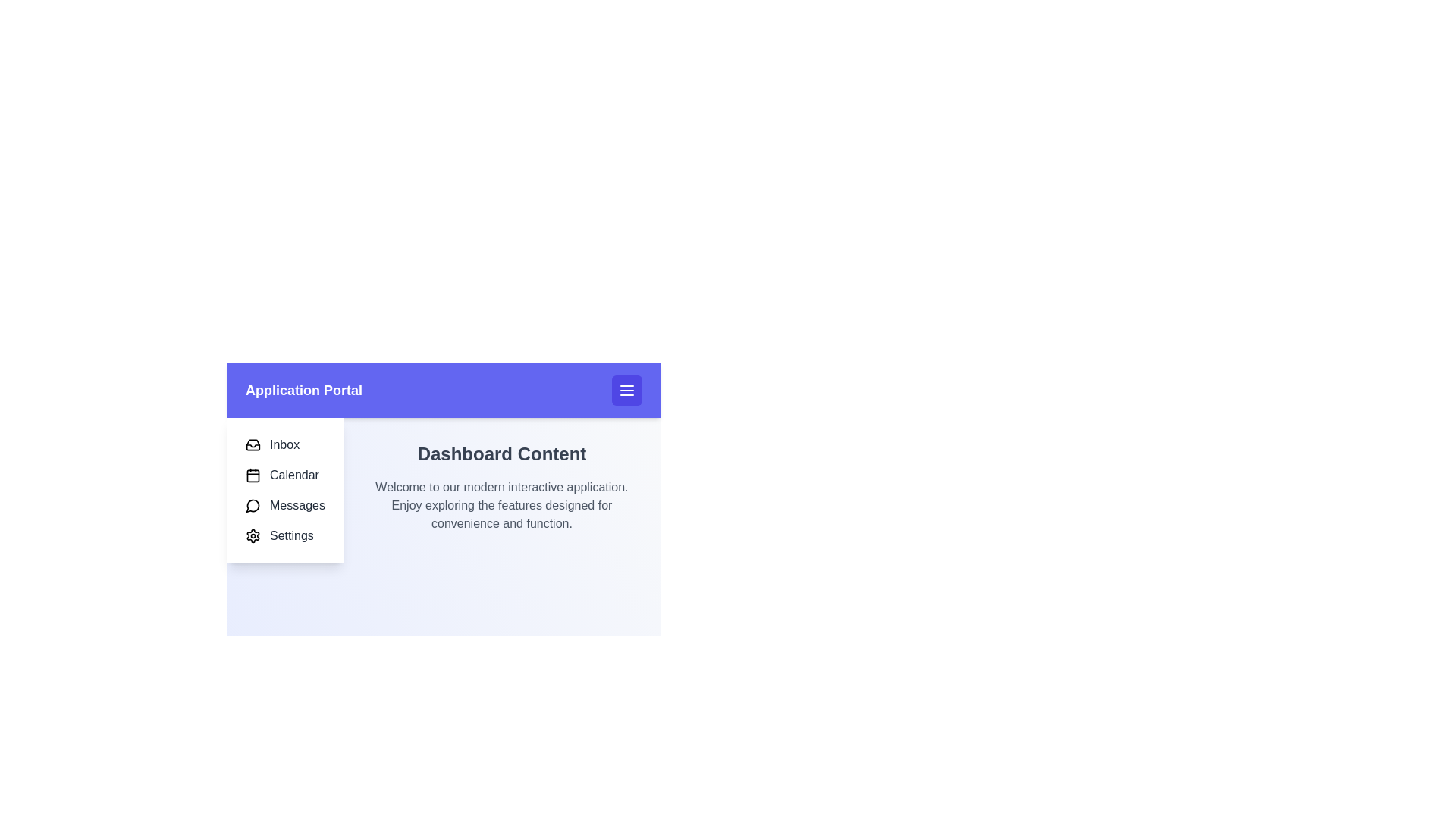 This screenshot has width=1456, height=819. What do you see at coordinates (285, 444) in the screenshot?
I see `the 'Inbox' navigation item, which features a left-aligned envelope icon and bold text` at bounding box center [285, 444].